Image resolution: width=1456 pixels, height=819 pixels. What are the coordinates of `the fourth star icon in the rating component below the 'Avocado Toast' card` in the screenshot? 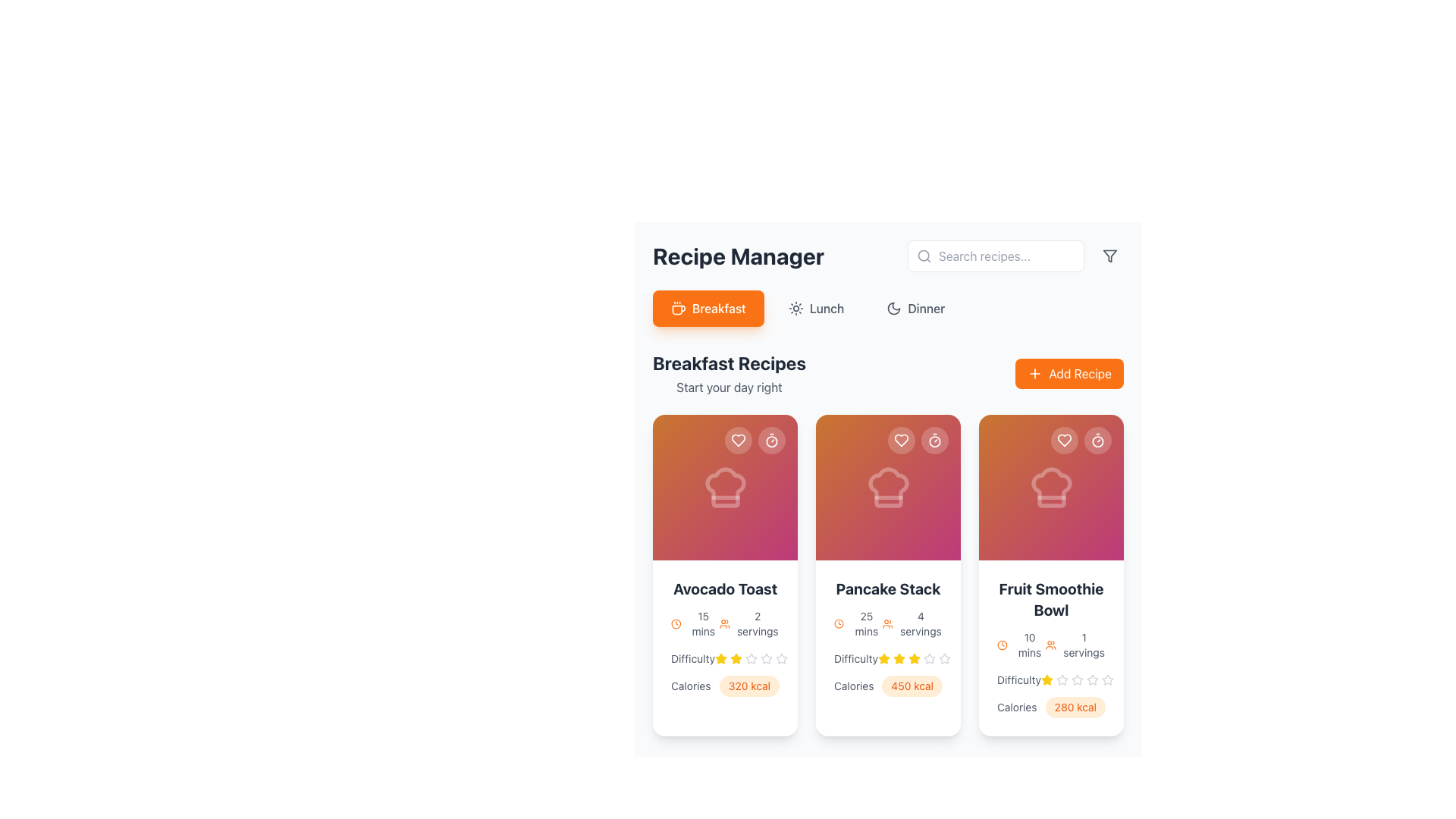 It's located at (751, 657).